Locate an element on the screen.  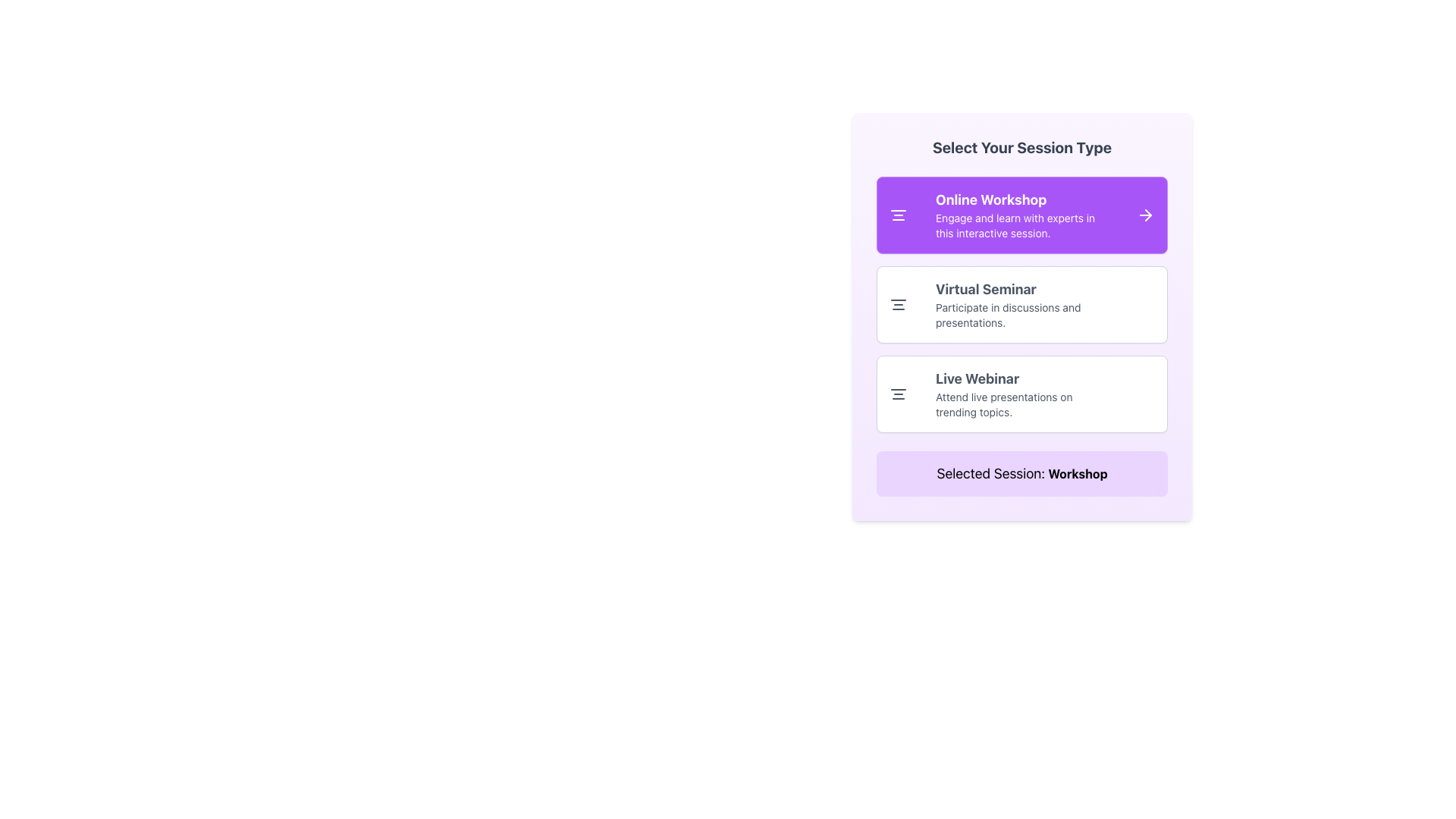
the icon is located at coordinates (899, 215).